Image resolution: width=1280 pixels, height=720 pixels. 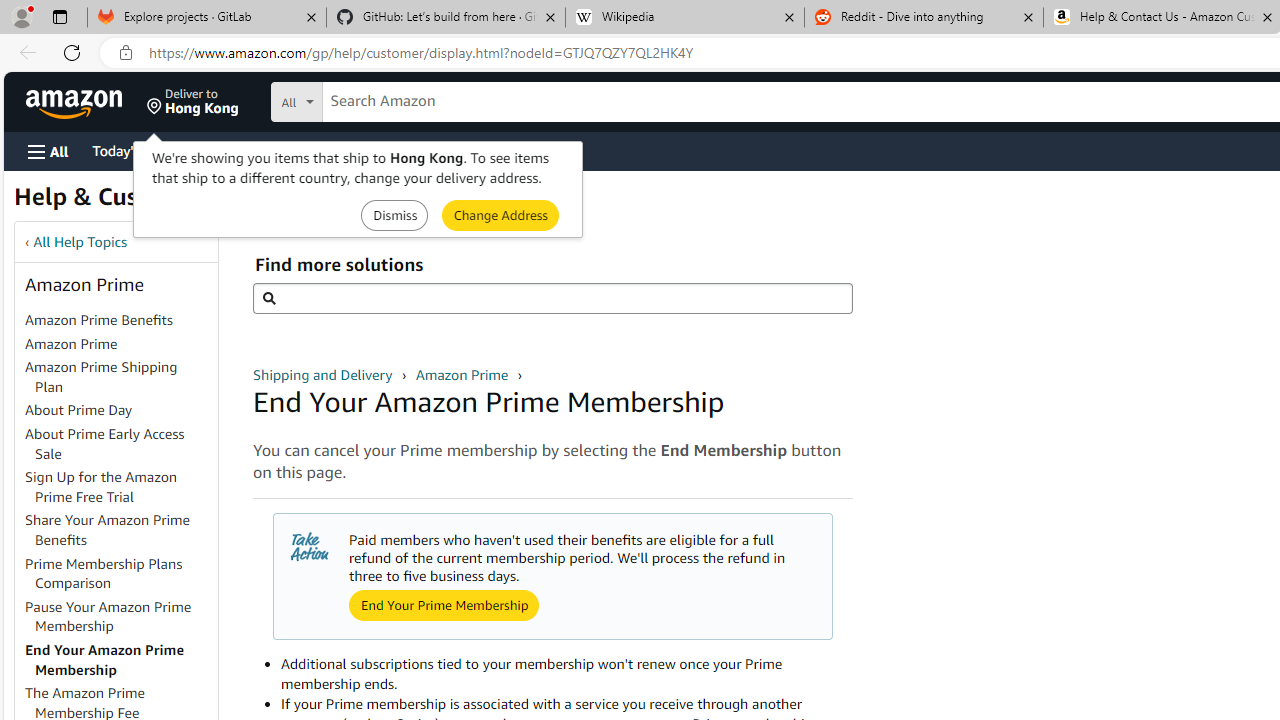 What do you see at coordinates (48, 150) in the screenshot?
I see `'Open Menu'` at bounding box center [48, 150].